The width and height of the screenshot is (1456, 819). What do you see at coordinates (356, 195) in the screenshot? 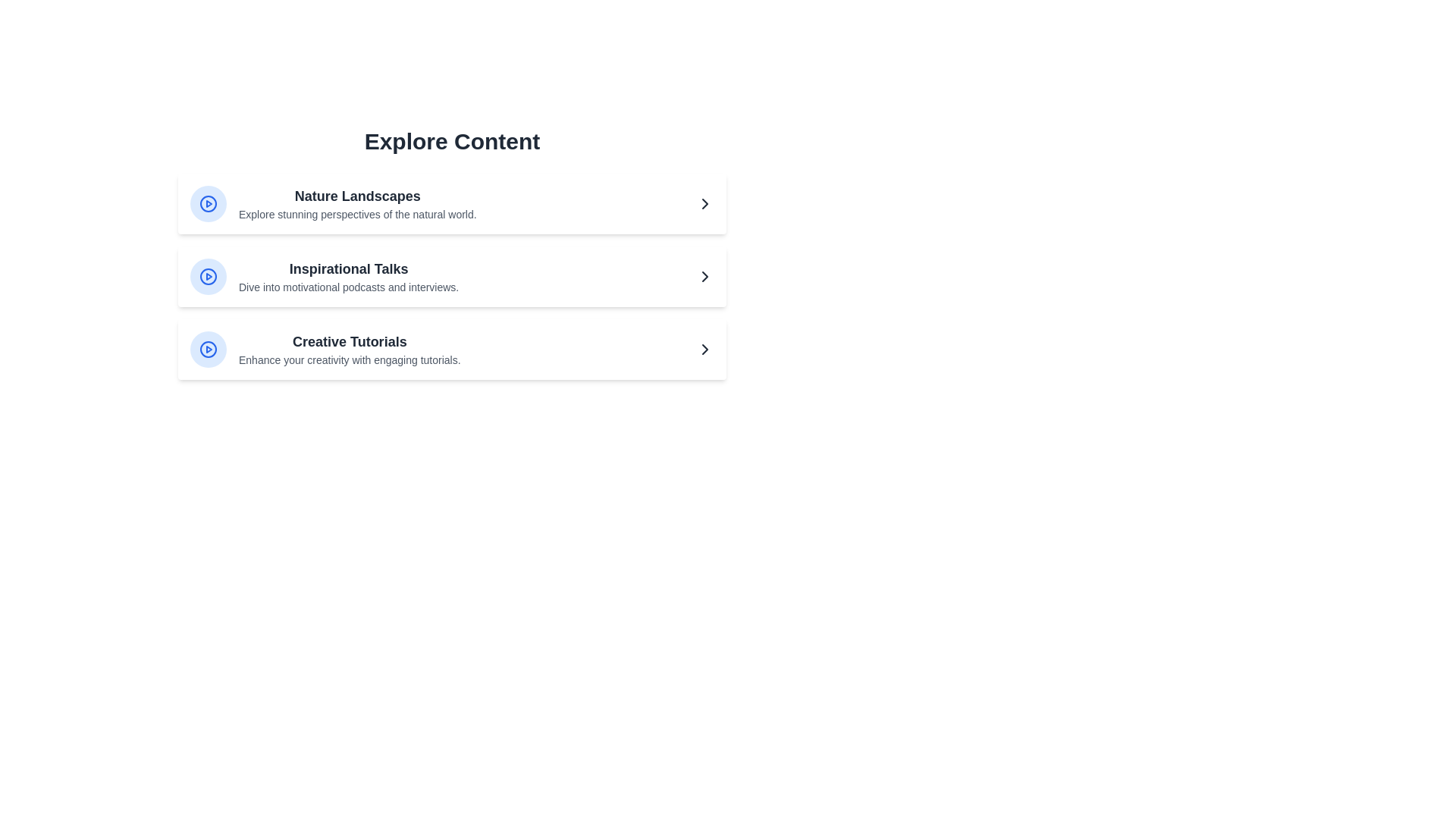
I see `the text of Nature Landscapes in the MediaList component` at bounding box center [356, 195].